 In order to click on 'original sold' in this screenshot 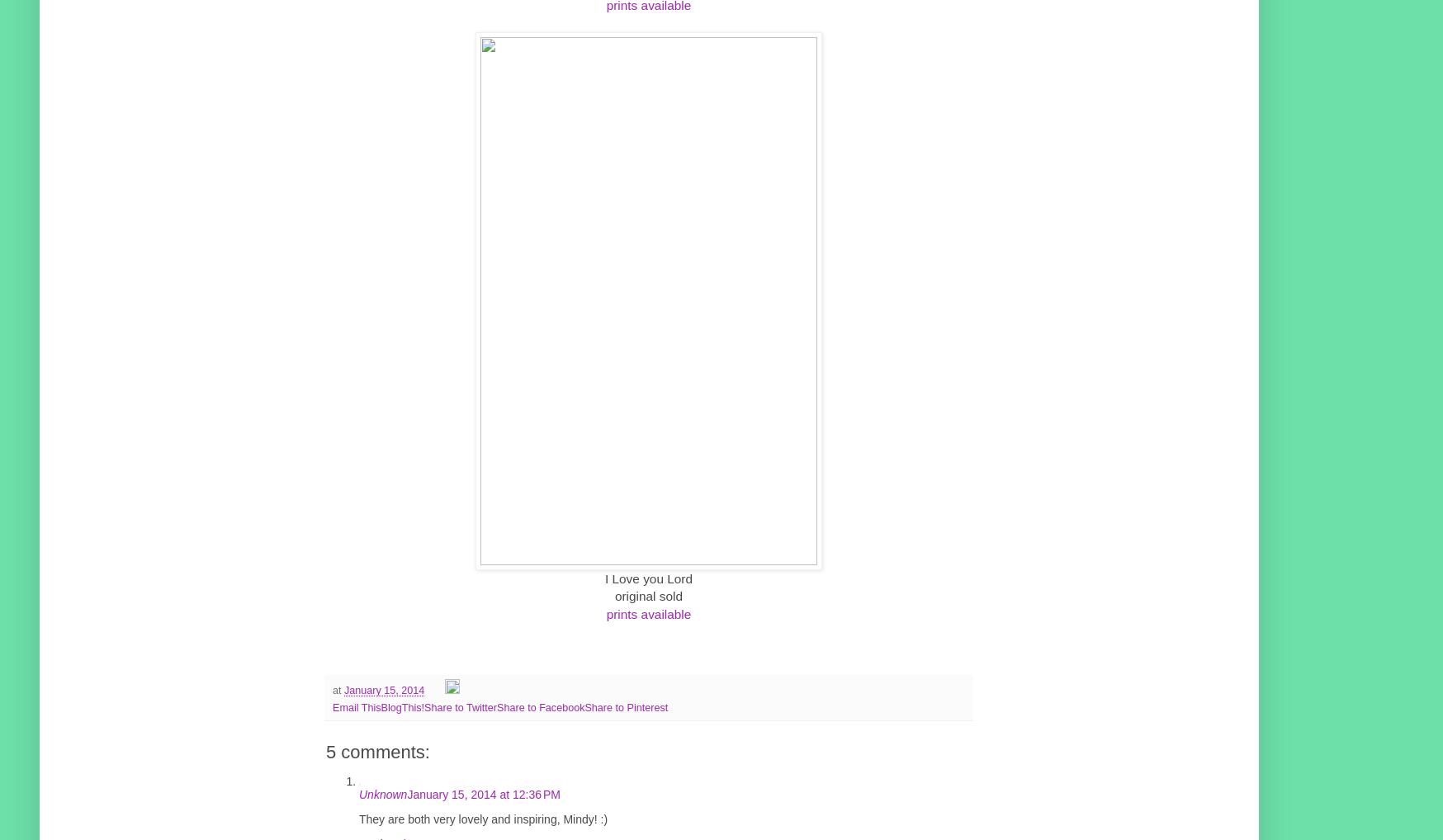, I will do `click(647, 595)`.